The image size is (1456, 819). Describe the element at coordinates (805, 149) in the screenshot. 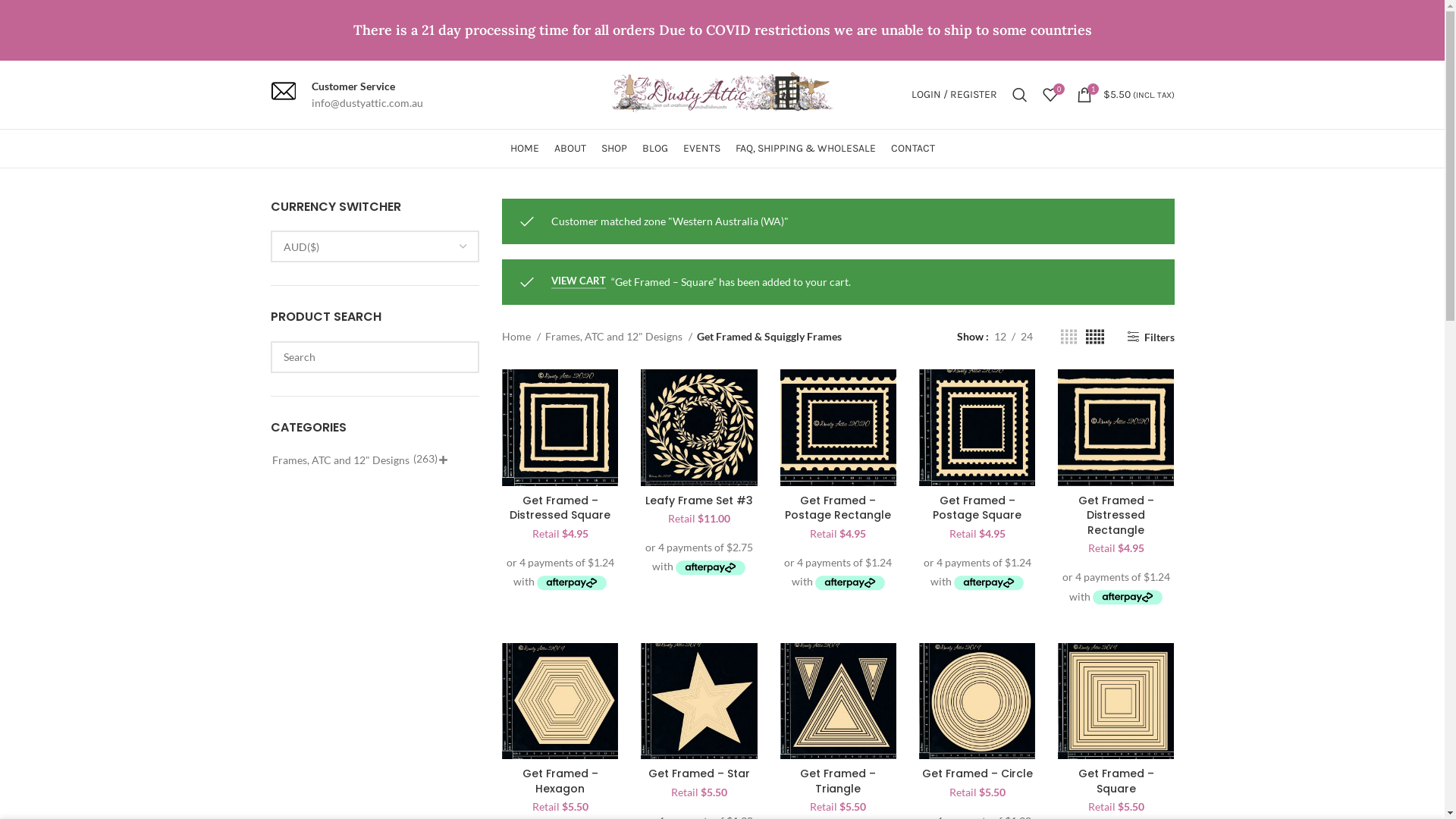

I see `'FAQ, SHIPPING & WHOLESALE'` at that location.